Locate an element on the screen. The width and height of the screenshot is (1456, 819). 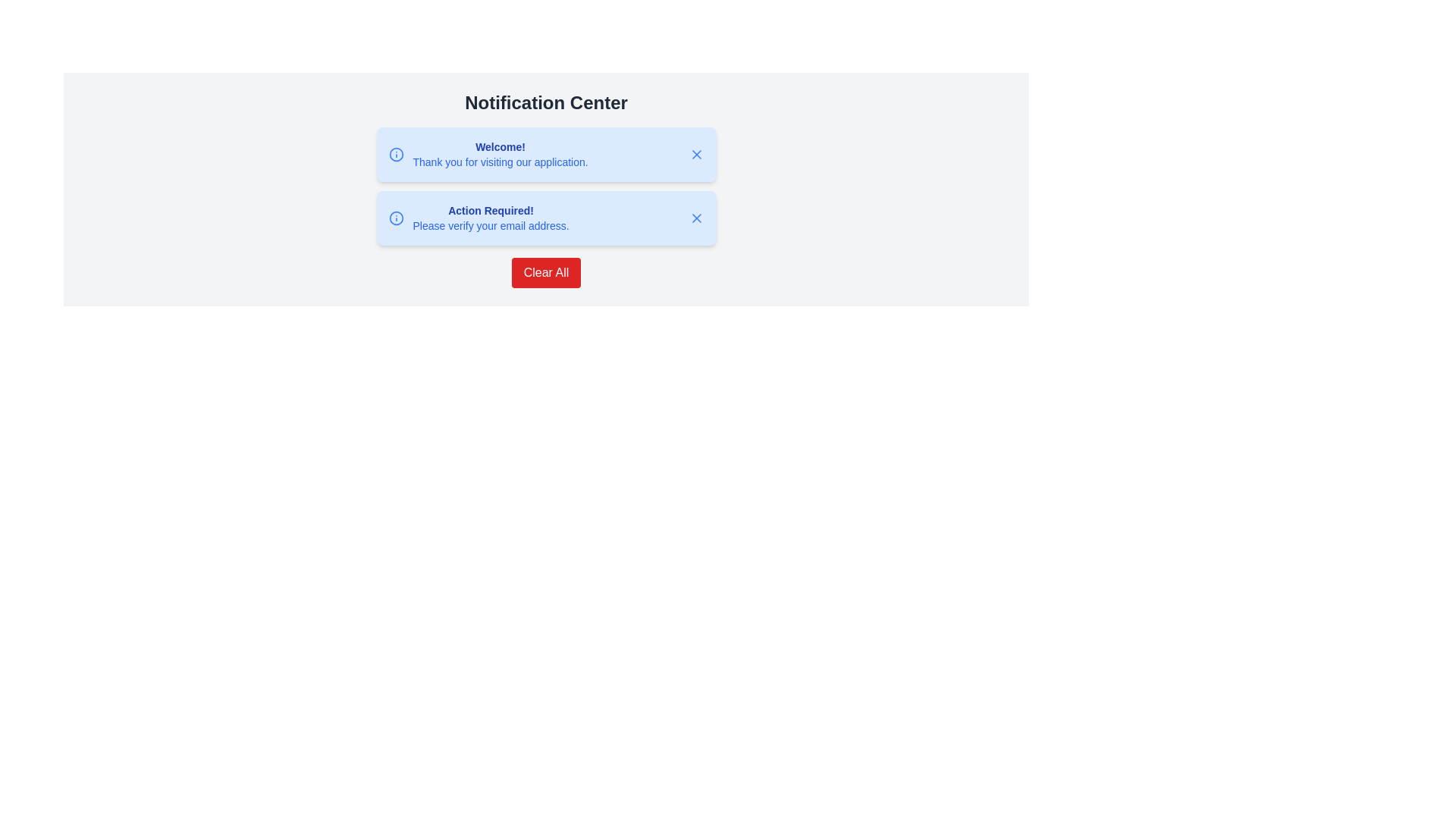
the Close or dismiss icon, which is part of the SVG graphic embedded in the notification card located on the right side, next to the text 'Welcome!' is located at coordinates (695, 155).